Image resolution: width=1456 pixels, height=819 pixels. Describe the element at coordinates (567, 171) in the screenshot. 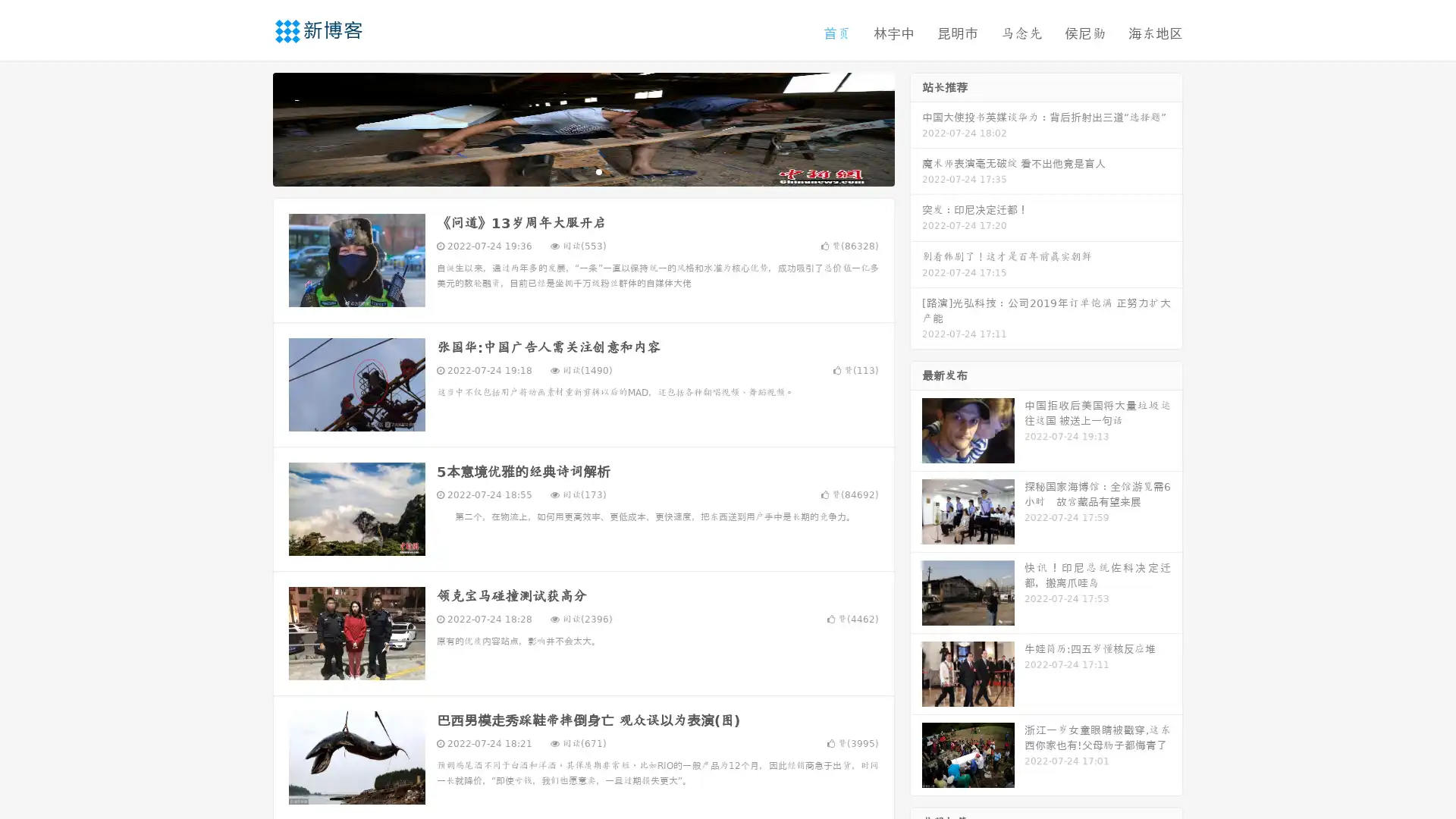

I see `Go to slide 1` at that location.